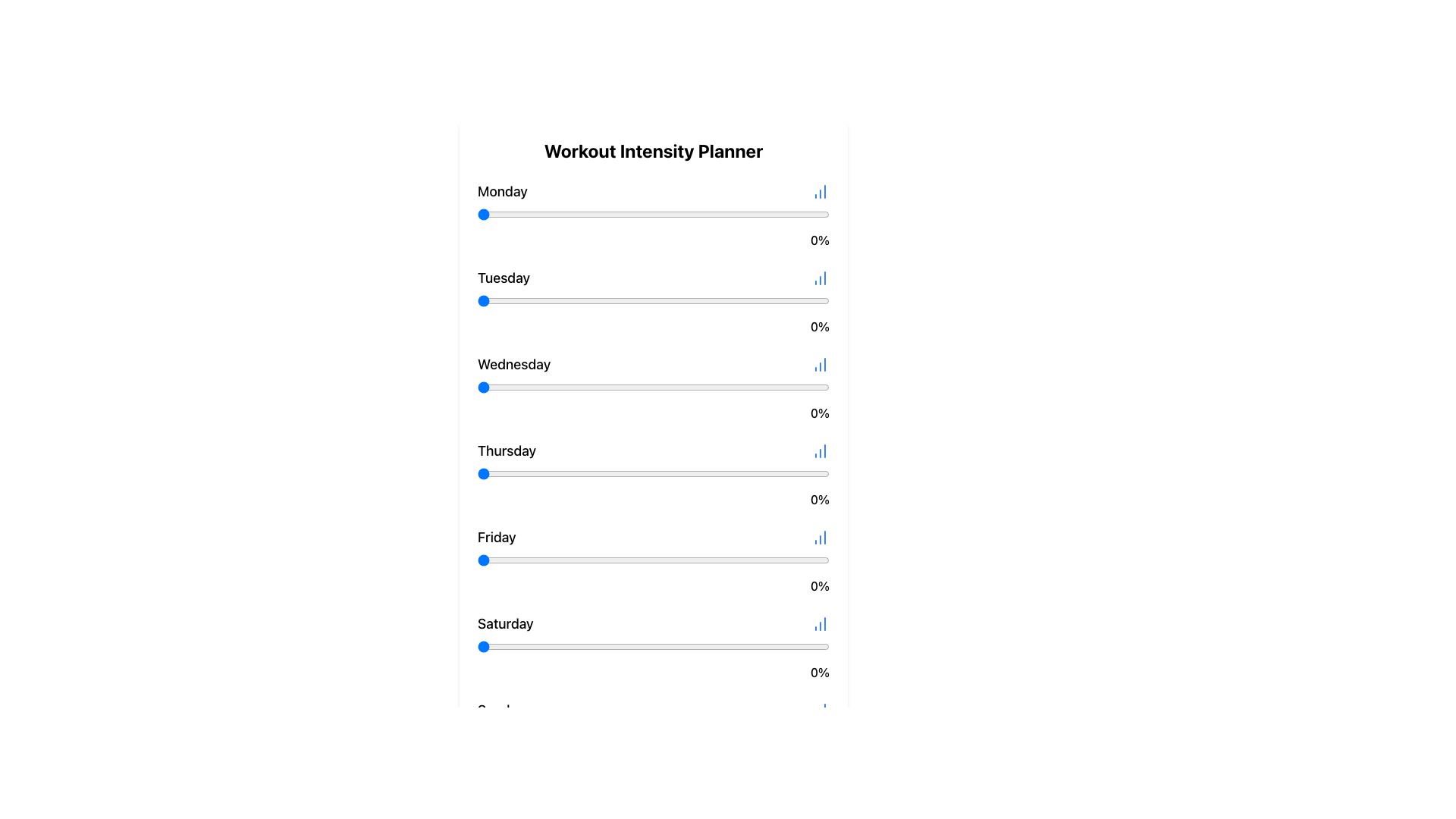  I want to click on Monday's intensity, so click(762, 214).